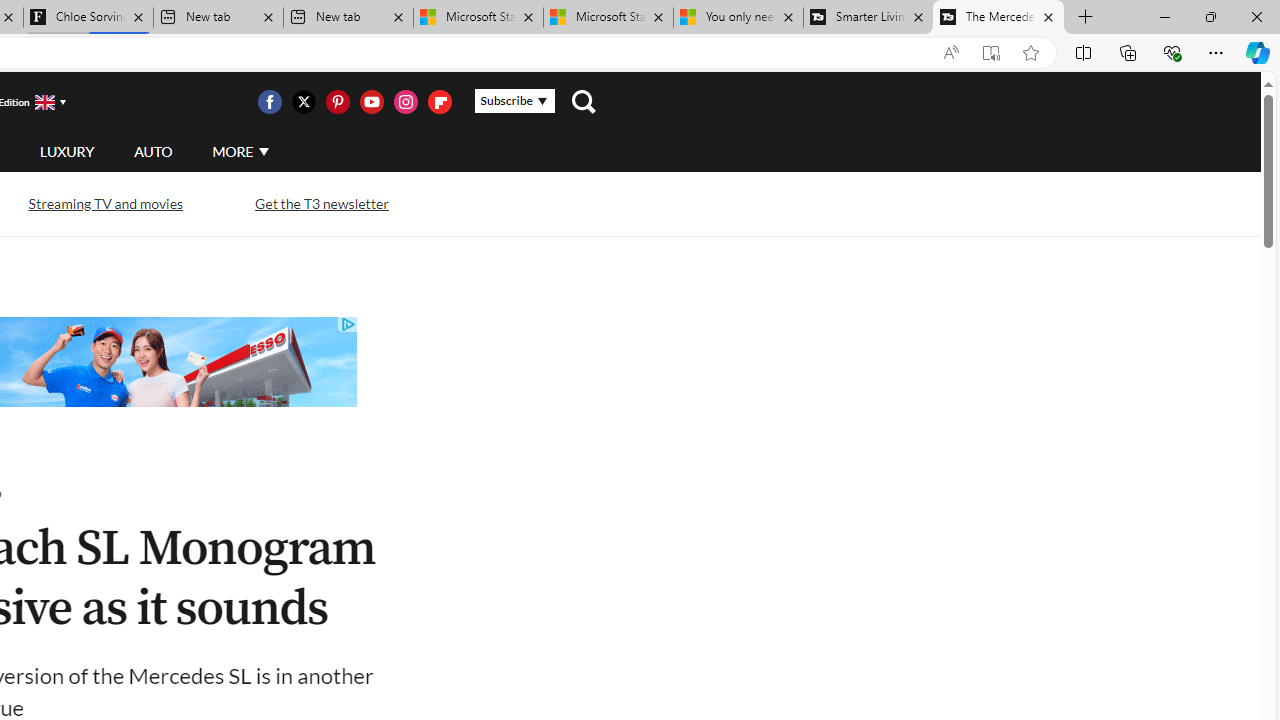 The height and width of the screenshot is (720, 1280). I want to click on 'Get the T3 newsletter', so click(322, 204).